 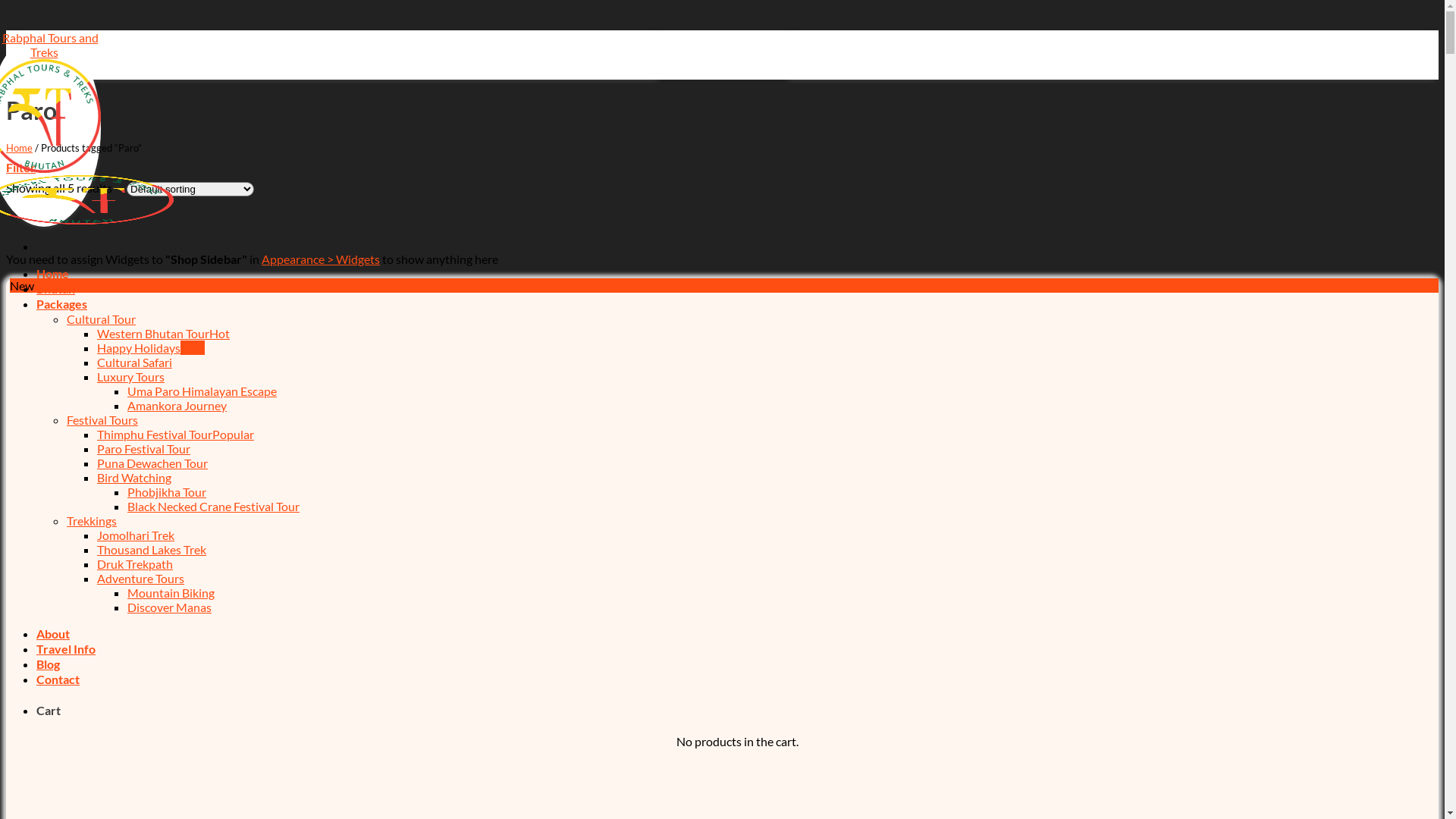 What do you see at coordinates (150, 347) in the screenshot?
I see `'Happy Holidays'` at bounding box center [150, 347].